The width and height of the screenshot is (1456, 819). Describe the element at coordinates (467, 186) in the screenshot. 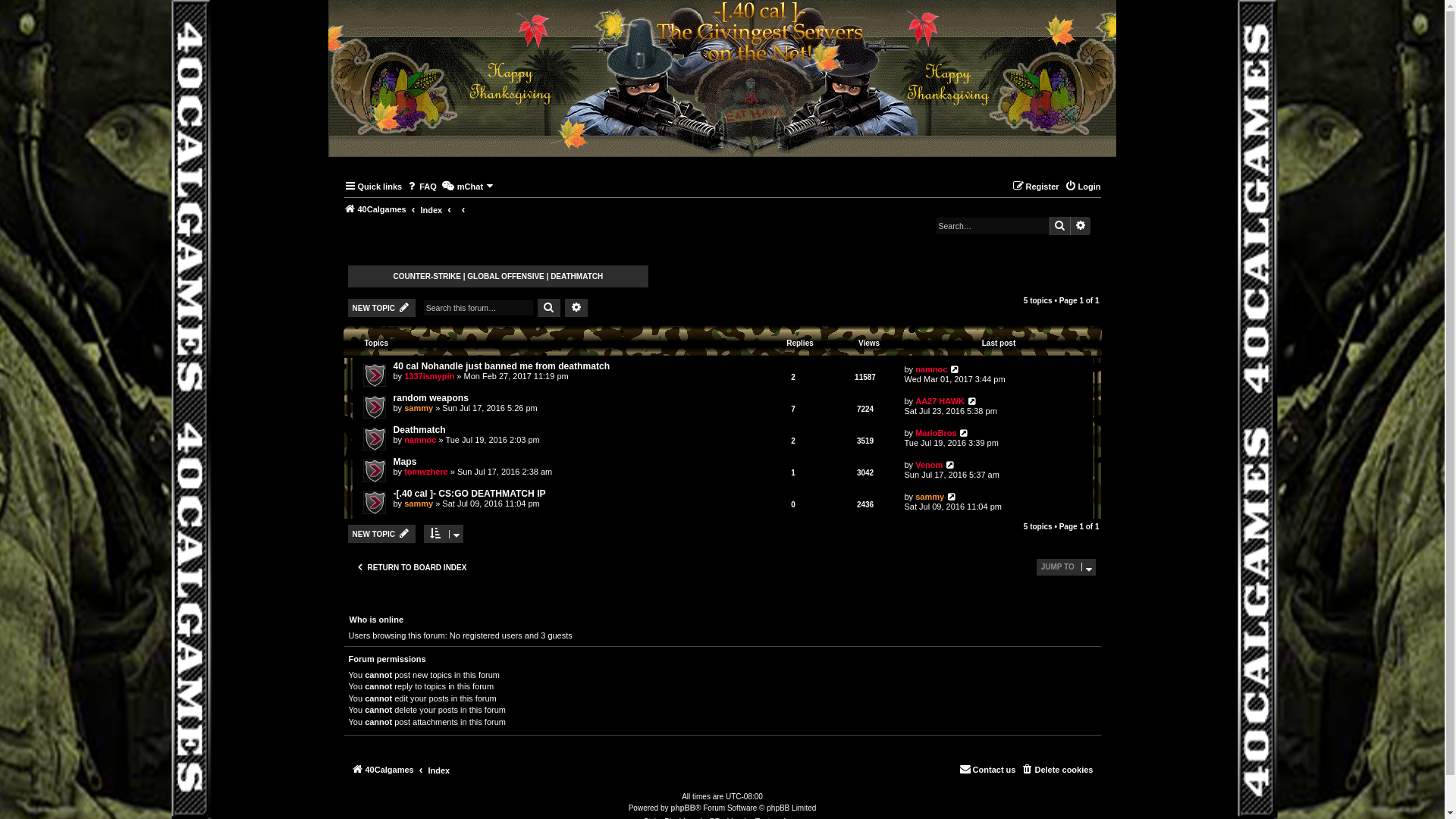

I see `'mChat'` at that location.